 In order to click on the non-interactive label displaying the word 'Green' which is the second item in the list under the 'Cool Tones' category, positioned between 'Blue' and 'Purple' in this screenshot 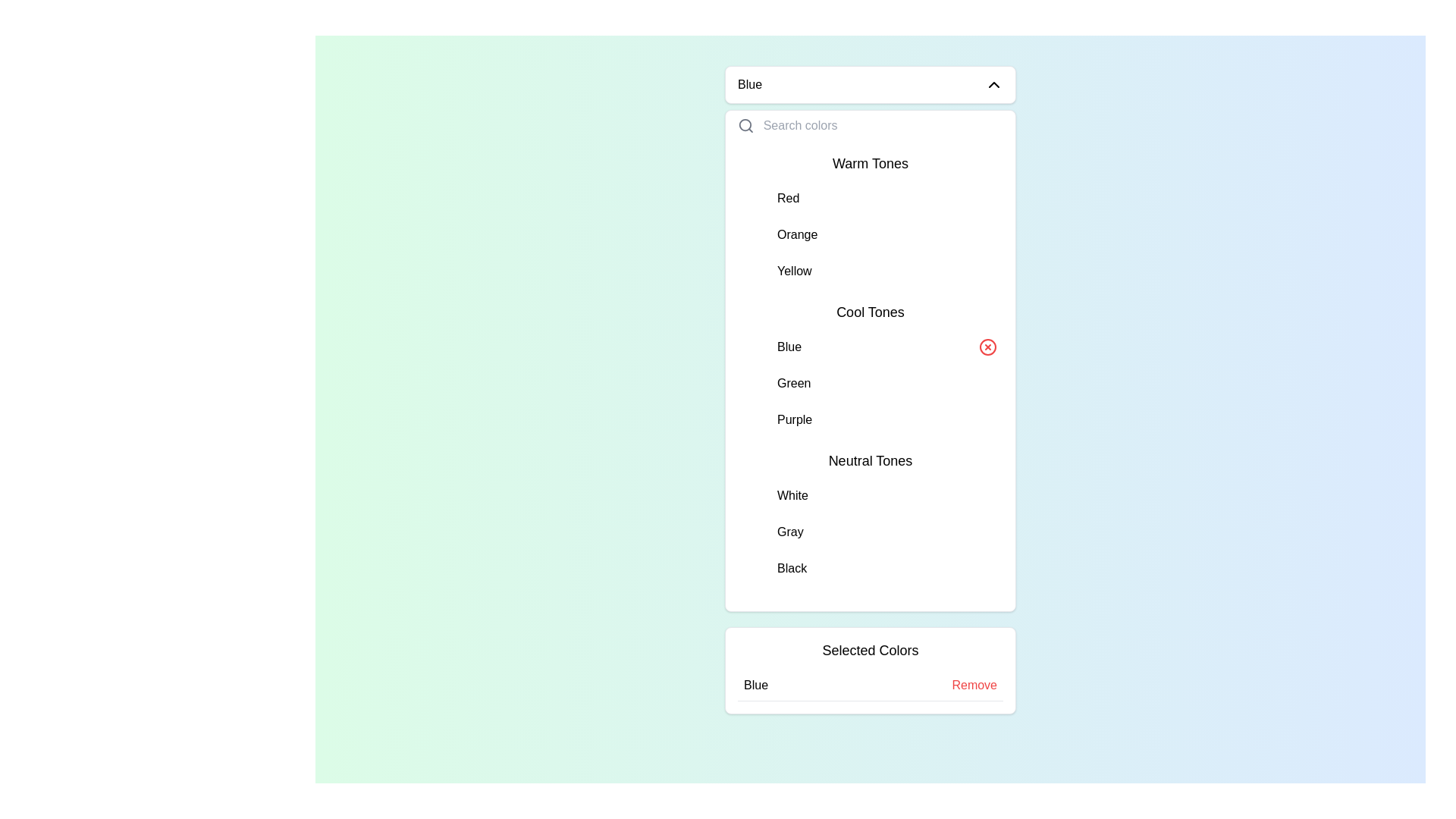, I will do `click(870, 382)`.